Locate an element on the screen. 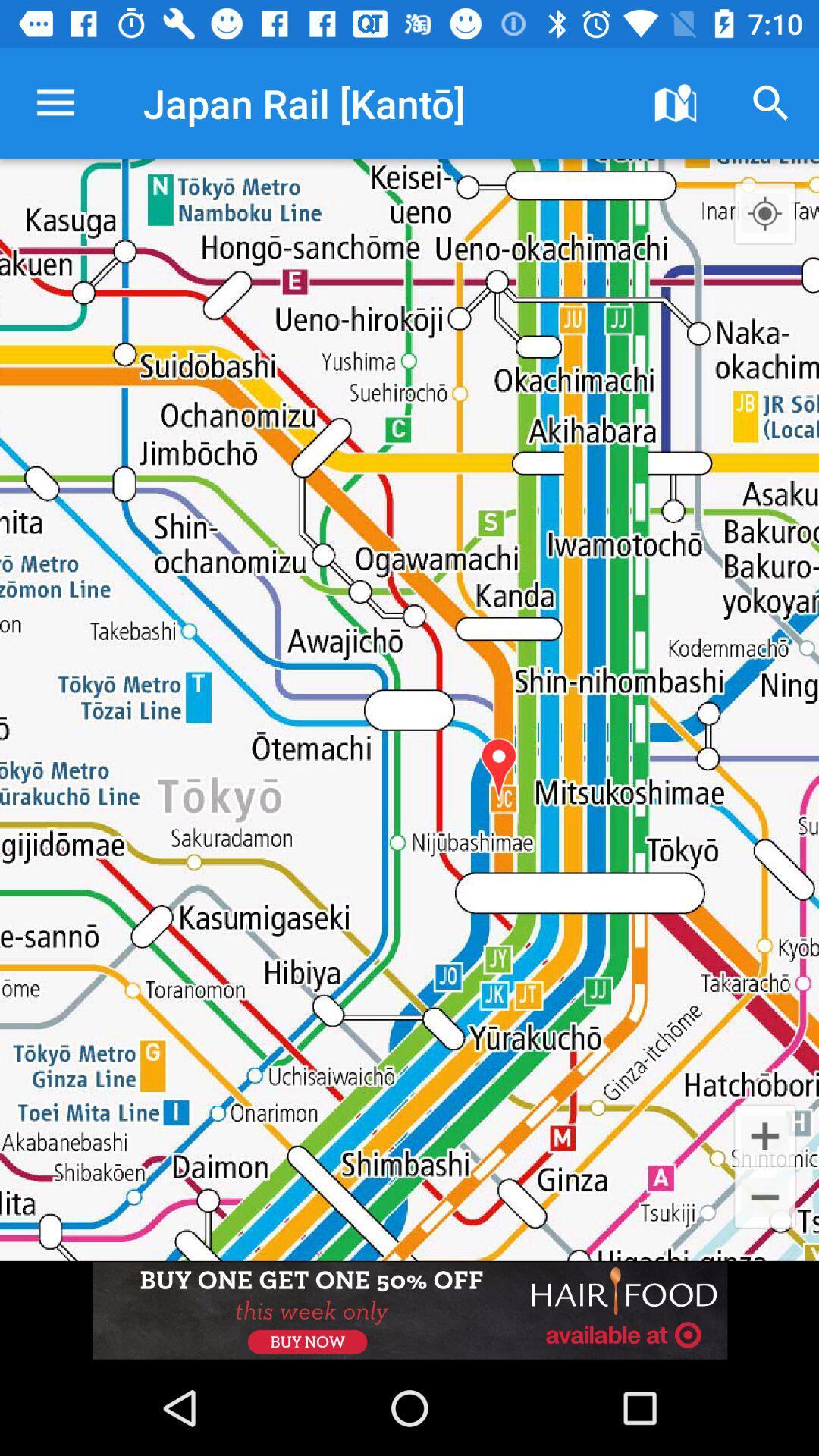 Image resolution: width=819 pixels, height=1456 pixels. got to site is located at coordinates (409, 1310).